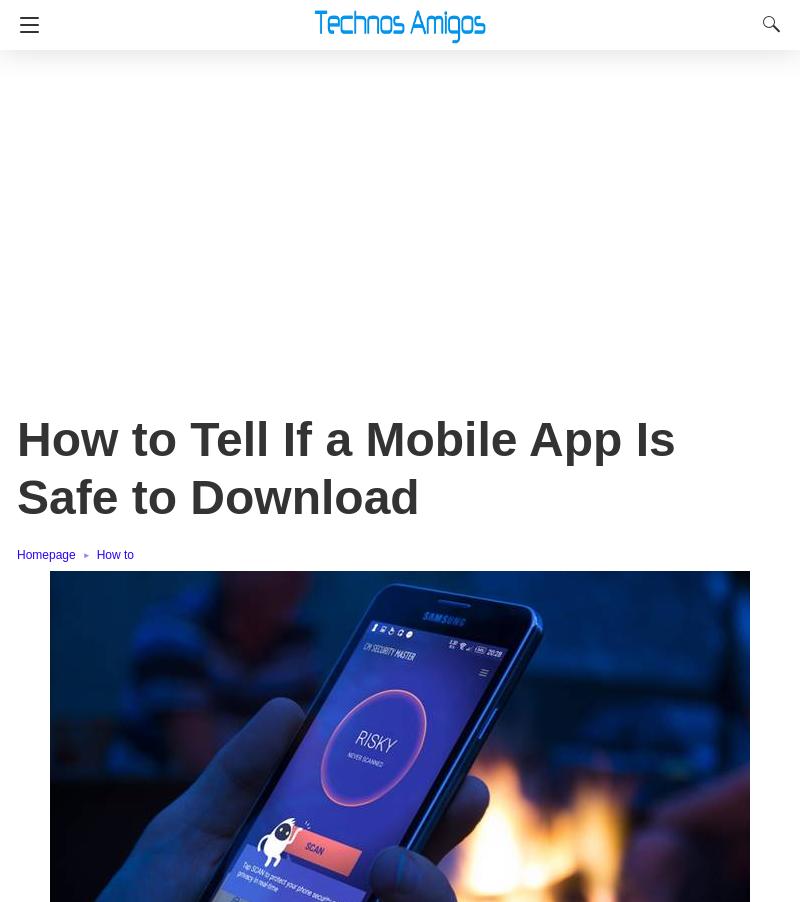 Image resolution: width=800 pixels, height=902 pixels. Describe the element at coordinates (174, 446) in the screenshot. I see `'Enabling location services'` at that location.